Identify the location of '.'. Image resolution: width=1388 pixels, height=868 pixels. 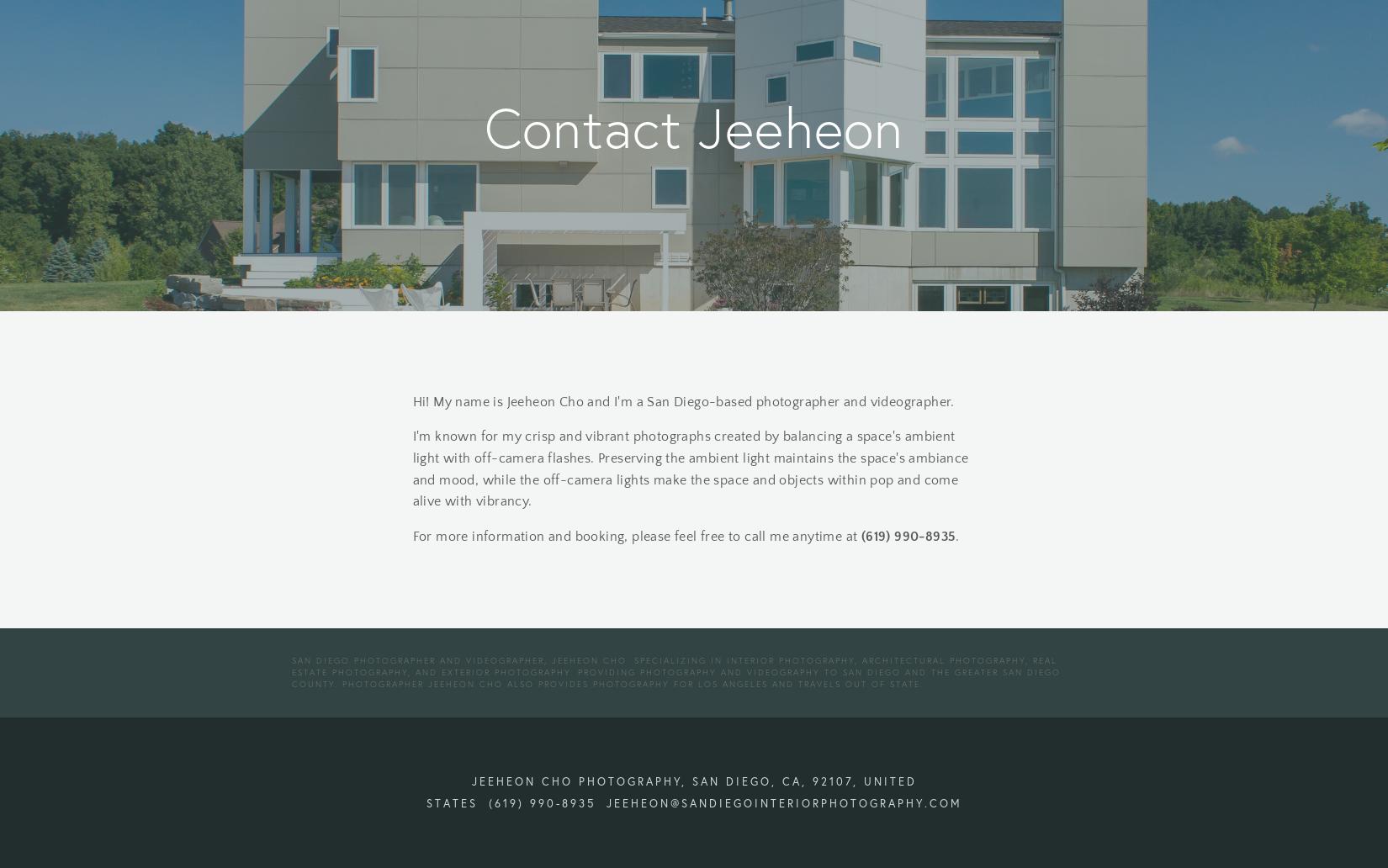
(957, 535).